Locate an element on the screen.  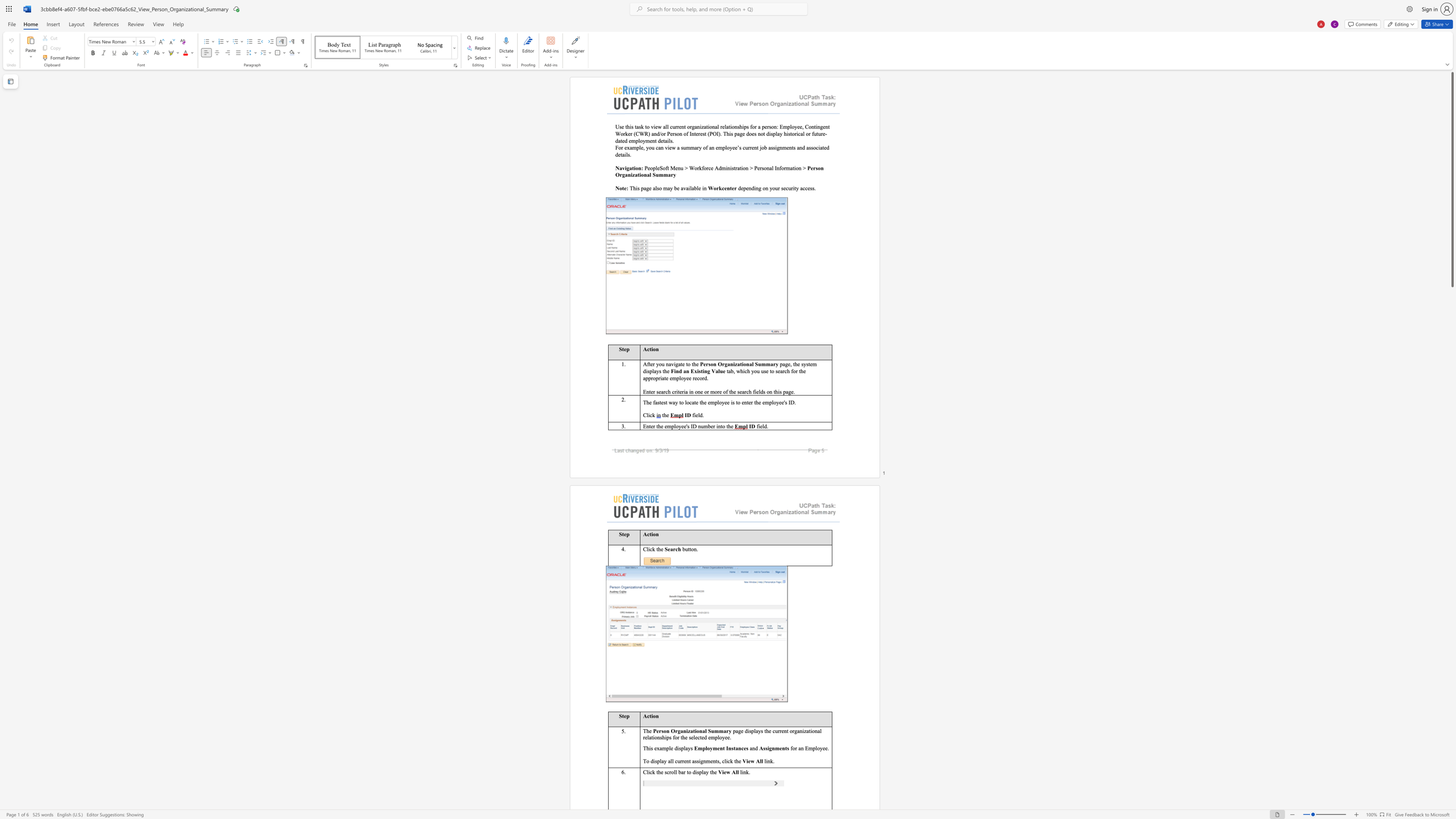
the subset text "'s I" within the text "the employee is to enter the employee" is located at coordinates (783, 402).